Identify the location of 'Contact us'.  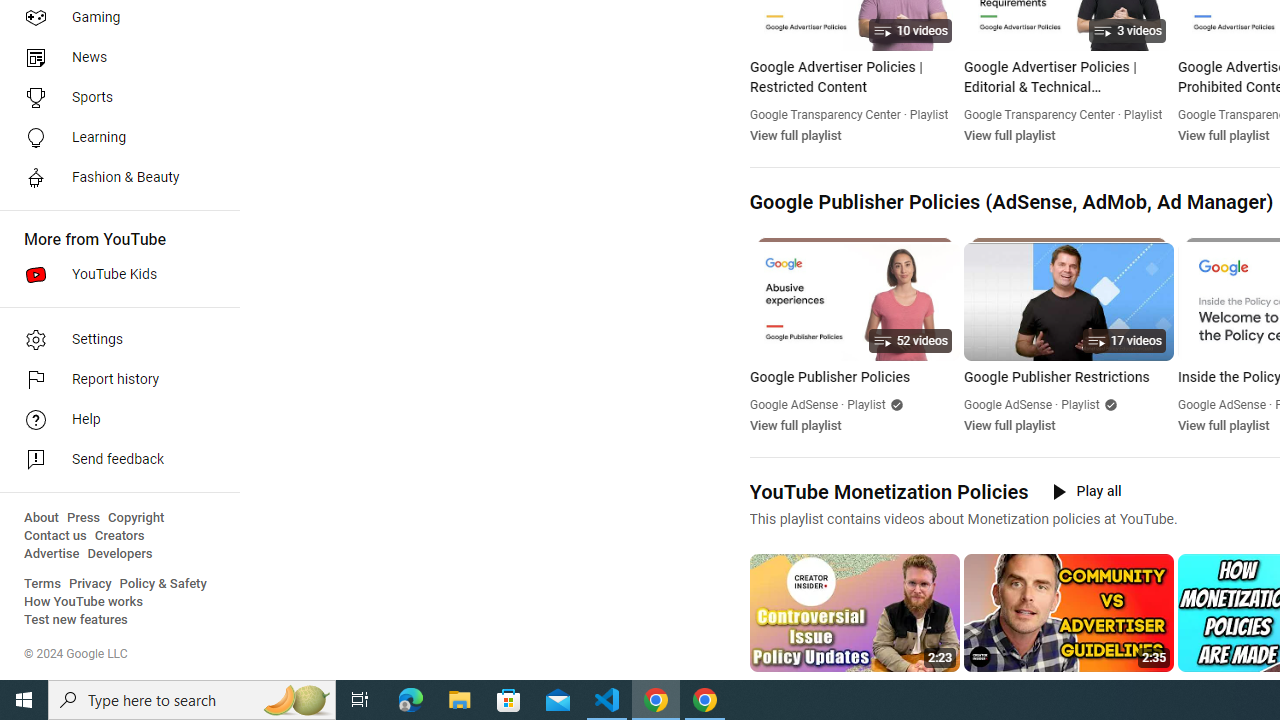
(55, 535).